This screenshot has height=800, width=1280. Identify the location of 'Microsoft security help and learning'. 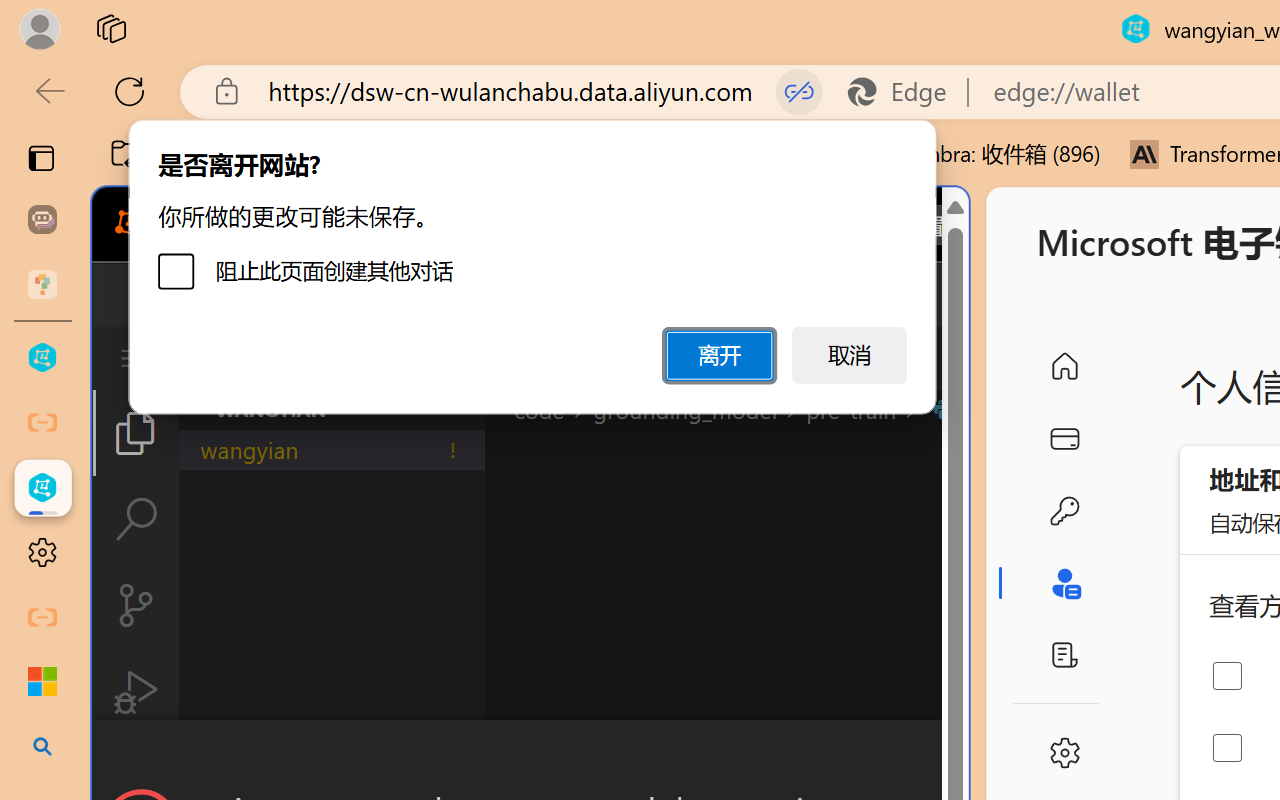
(42, 682).